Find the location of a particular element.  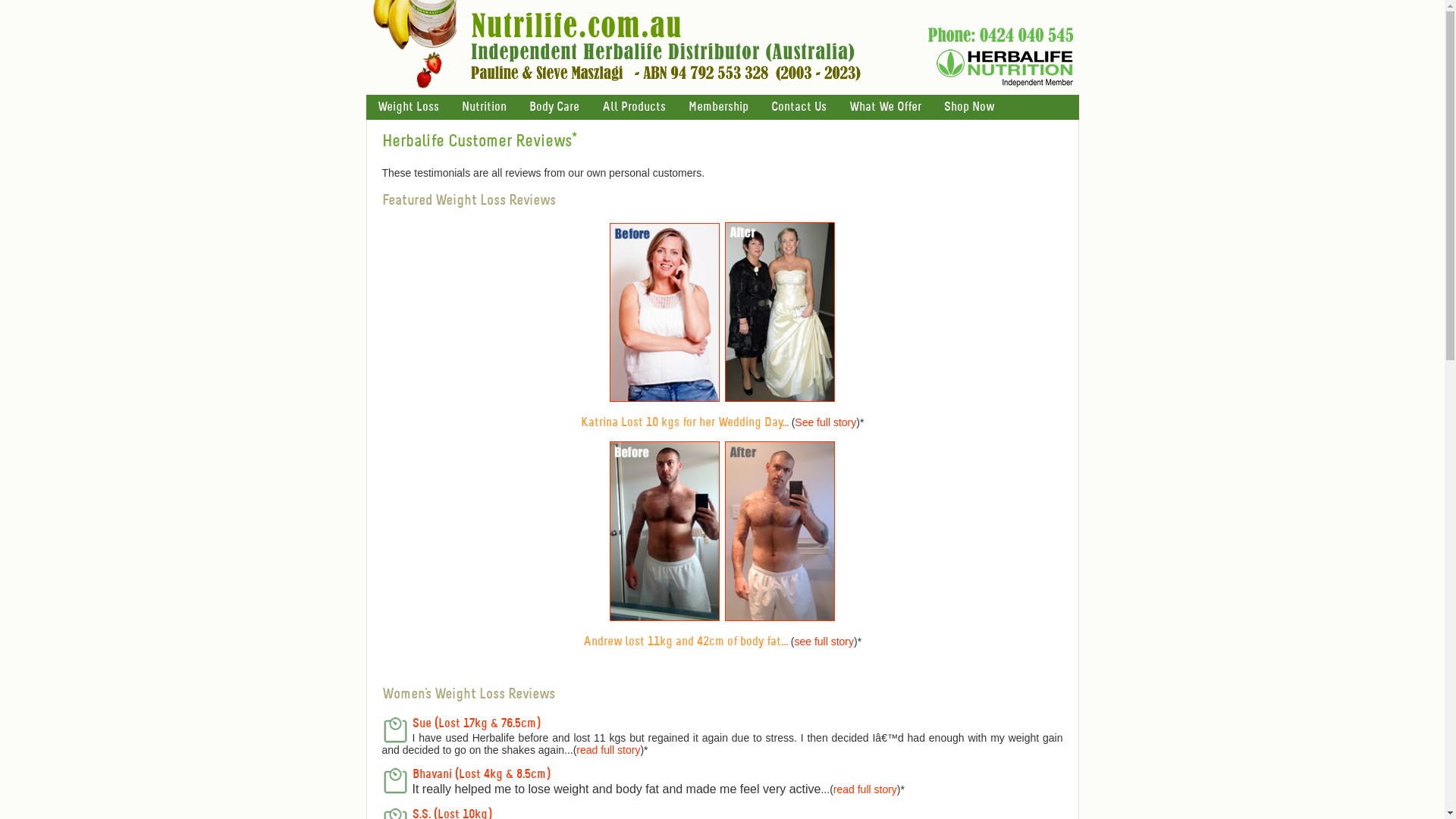

'Sue (Lost 17kg & 76.5cm)' is located at coordinates (475, 723).